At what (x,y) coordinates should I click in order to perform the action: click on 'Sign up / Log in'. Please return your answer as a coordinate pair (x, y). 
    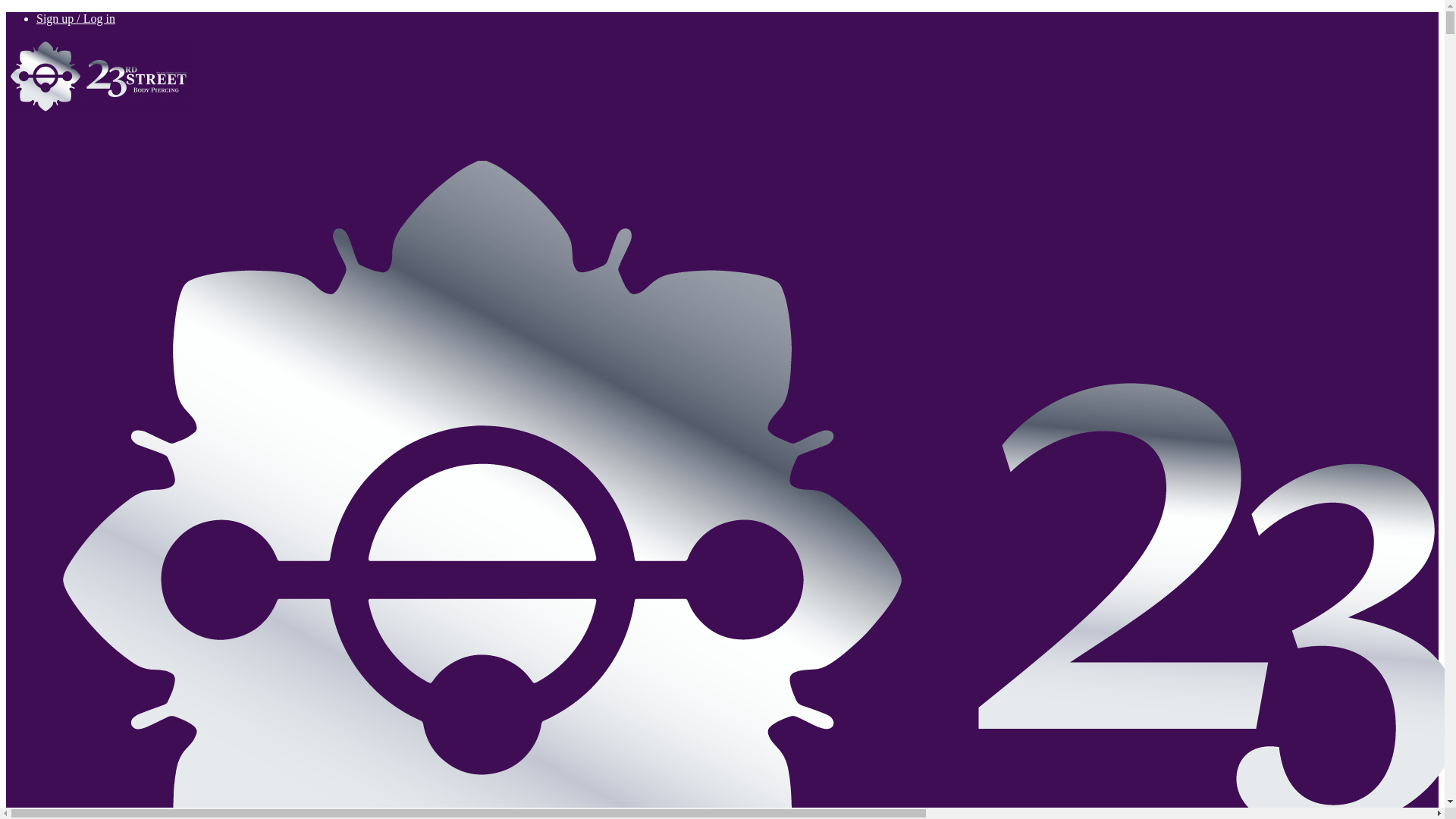
    Looking at the image, I should click on (75, 18).